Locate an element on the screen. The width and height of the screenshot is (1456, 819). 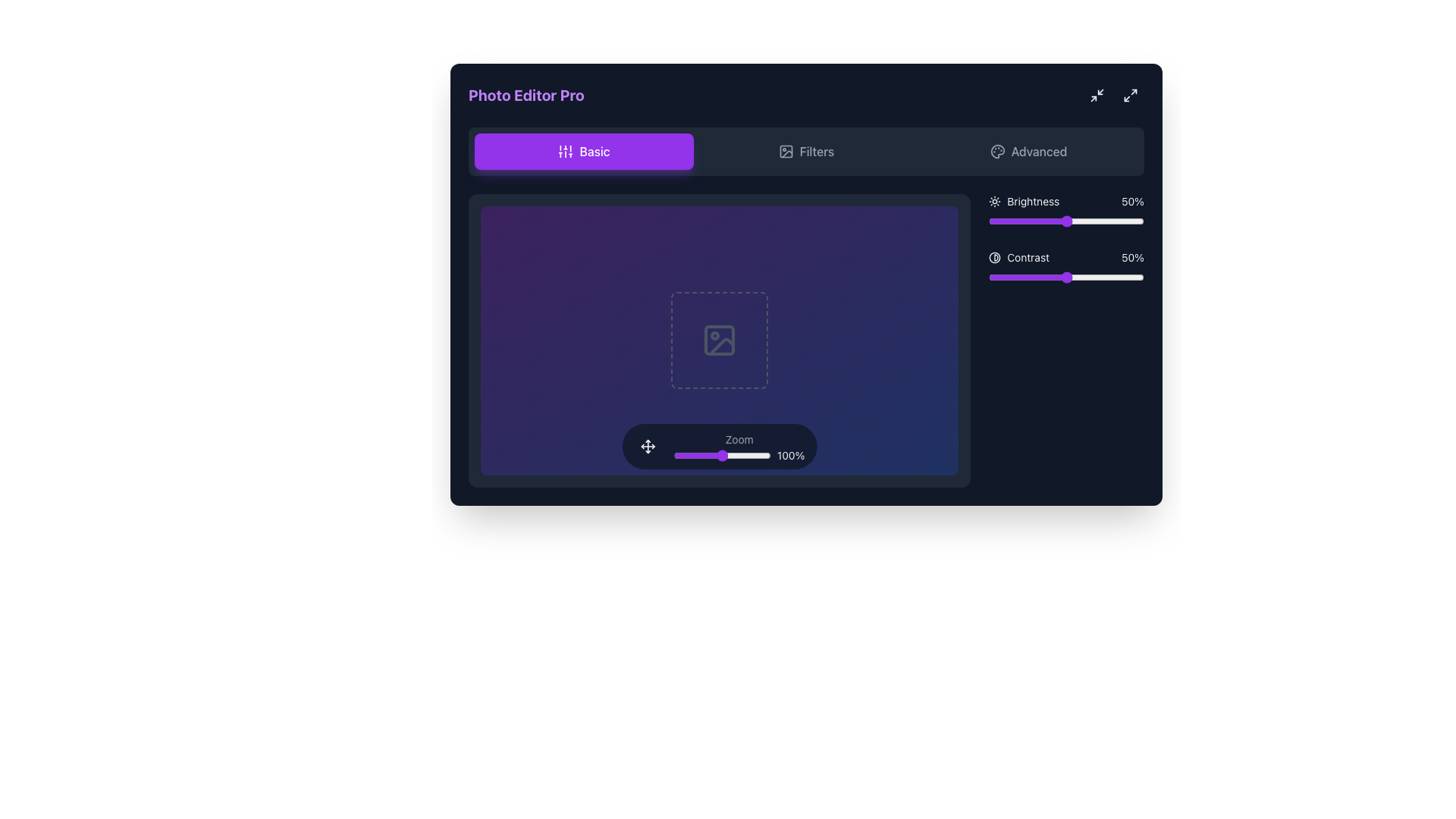
the slider is located at coordinates (1113, 278).